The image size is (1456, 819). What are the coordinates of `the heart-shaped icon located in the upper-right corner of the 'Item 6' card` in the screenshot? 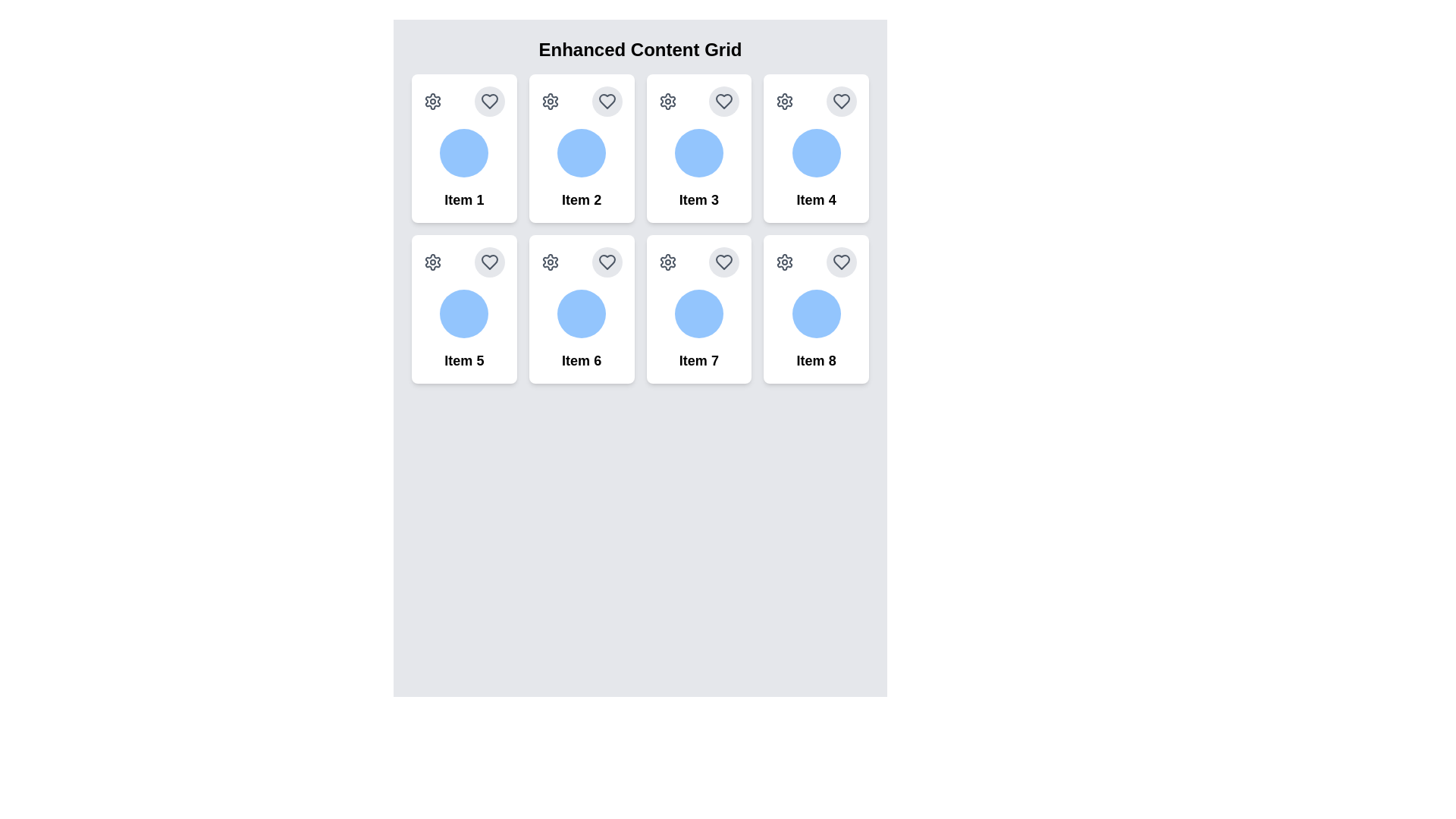 It's located at (607, 262).